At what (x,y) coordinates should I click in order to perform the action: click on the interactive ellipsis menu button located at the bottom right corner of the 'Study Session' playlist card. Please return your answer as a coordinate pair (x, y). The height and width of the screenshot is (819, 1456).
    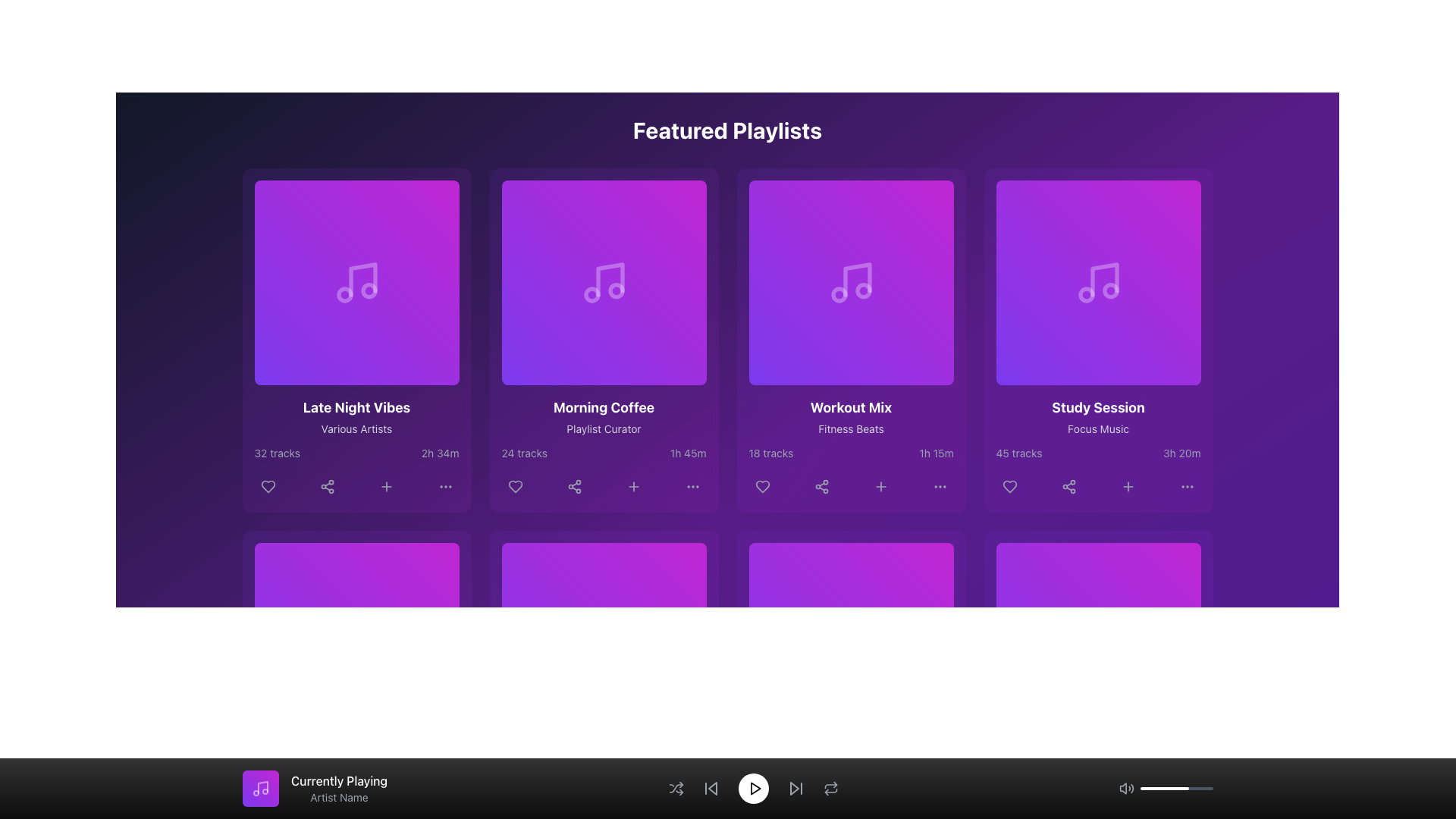
    Looking at the image, I should click on (1186, 486).